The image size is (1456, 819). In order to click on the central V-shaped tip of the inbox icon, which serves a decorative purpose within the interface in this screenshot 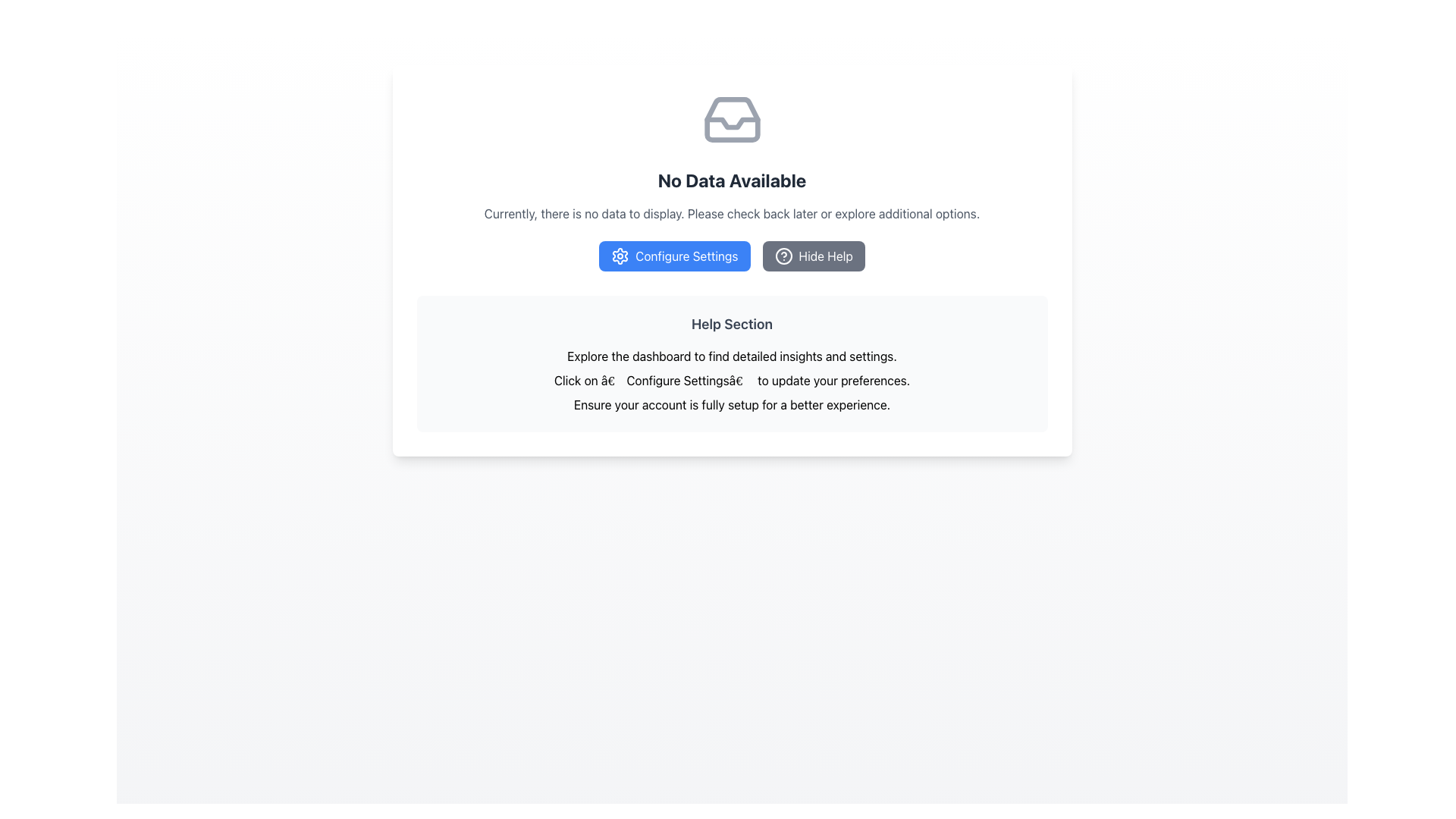, I will do `click(732, 122)`.